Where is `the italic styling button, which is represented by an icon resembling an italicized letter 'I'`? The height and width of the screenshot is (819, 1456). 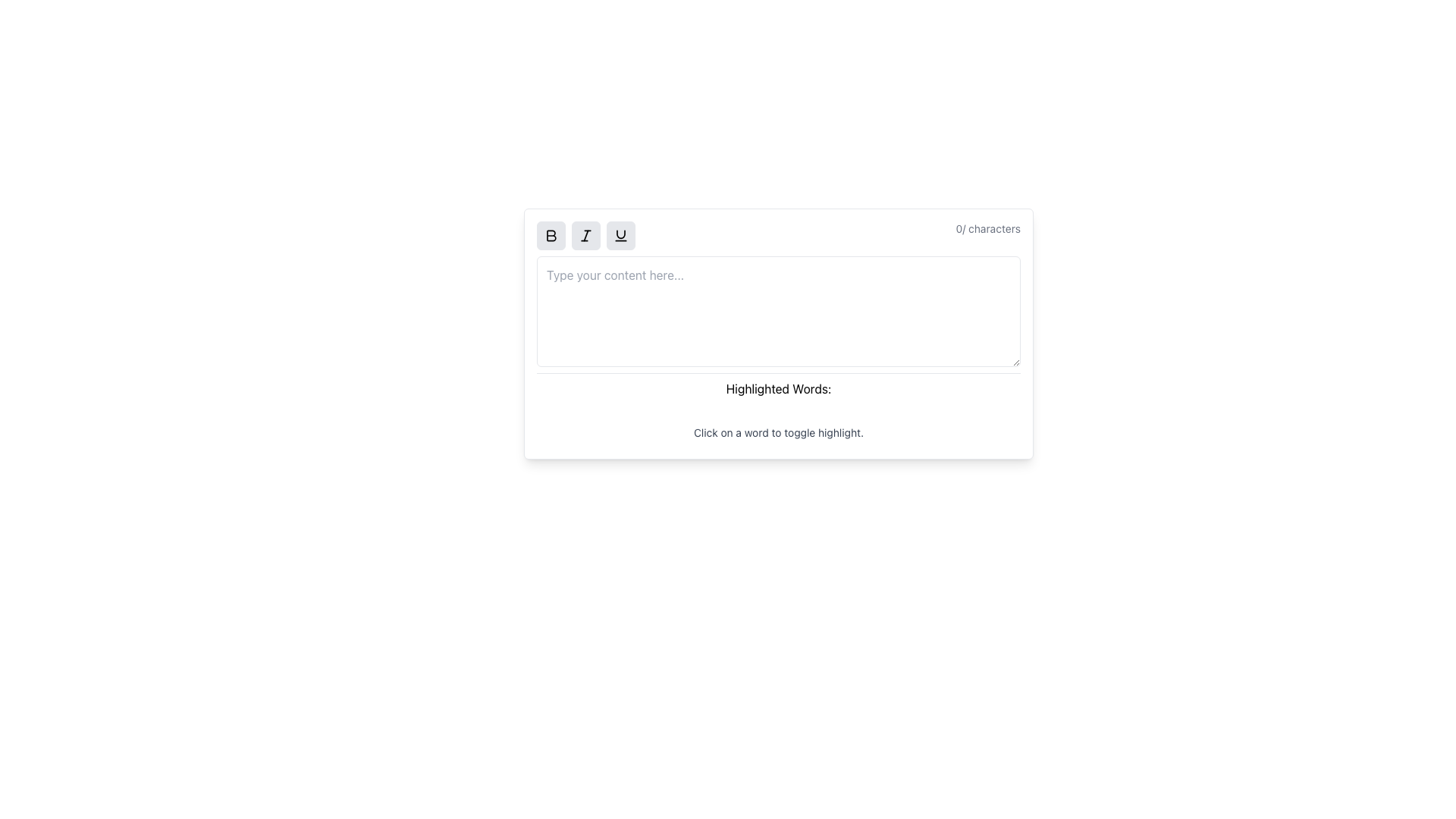 the italic styling button, which is represented by an icon resembling an italicized letter 'I' is located at coordinates (585, 236).